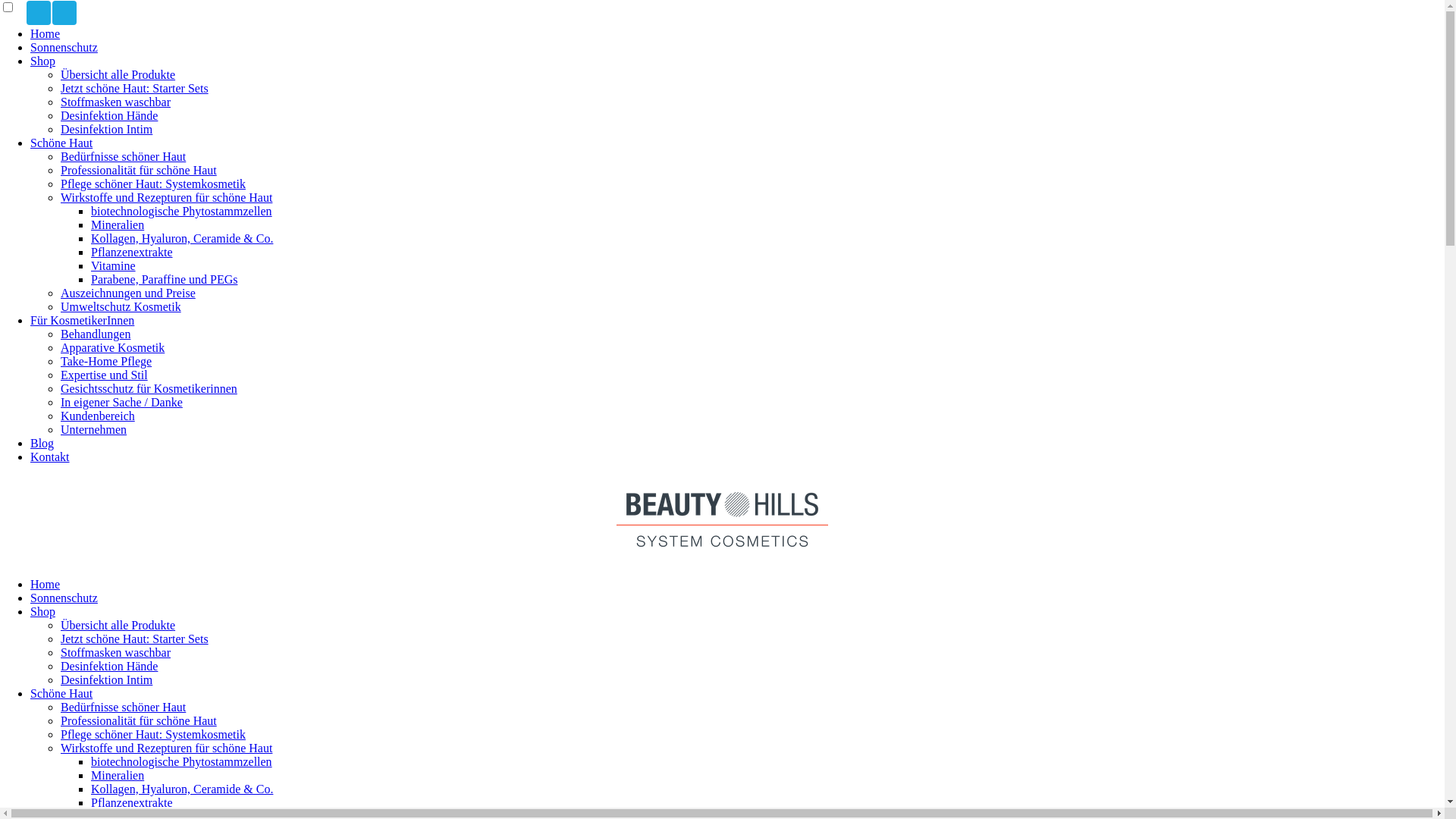  I want to click on 'Auszeichnungen und Preise', so click(127, 293).